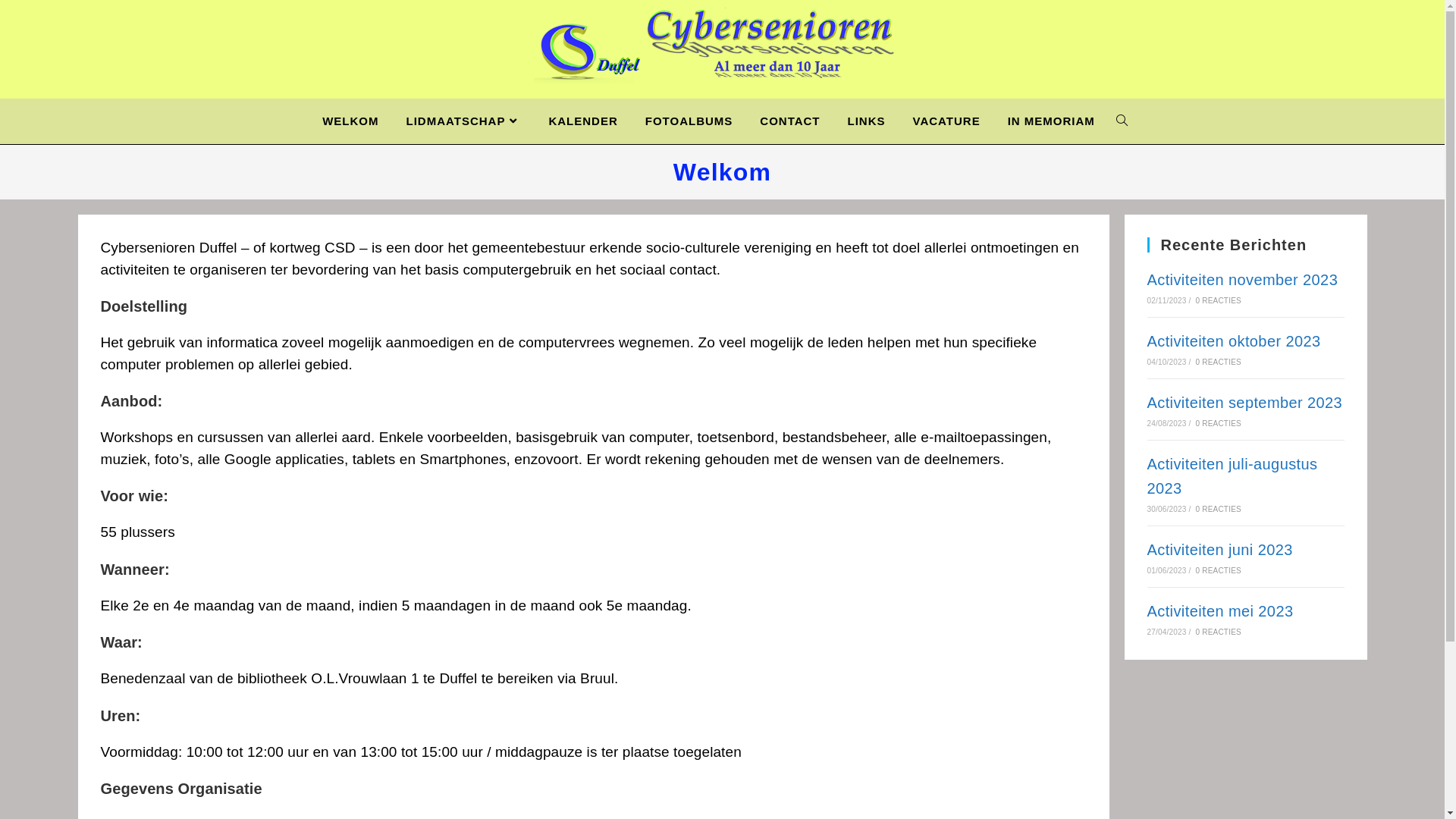 This screenshot has height=819, width=1456. Describe the element at coordinates (463, 120) in the screenshot. I see `'LIDMAATSCHAP'` at that location.